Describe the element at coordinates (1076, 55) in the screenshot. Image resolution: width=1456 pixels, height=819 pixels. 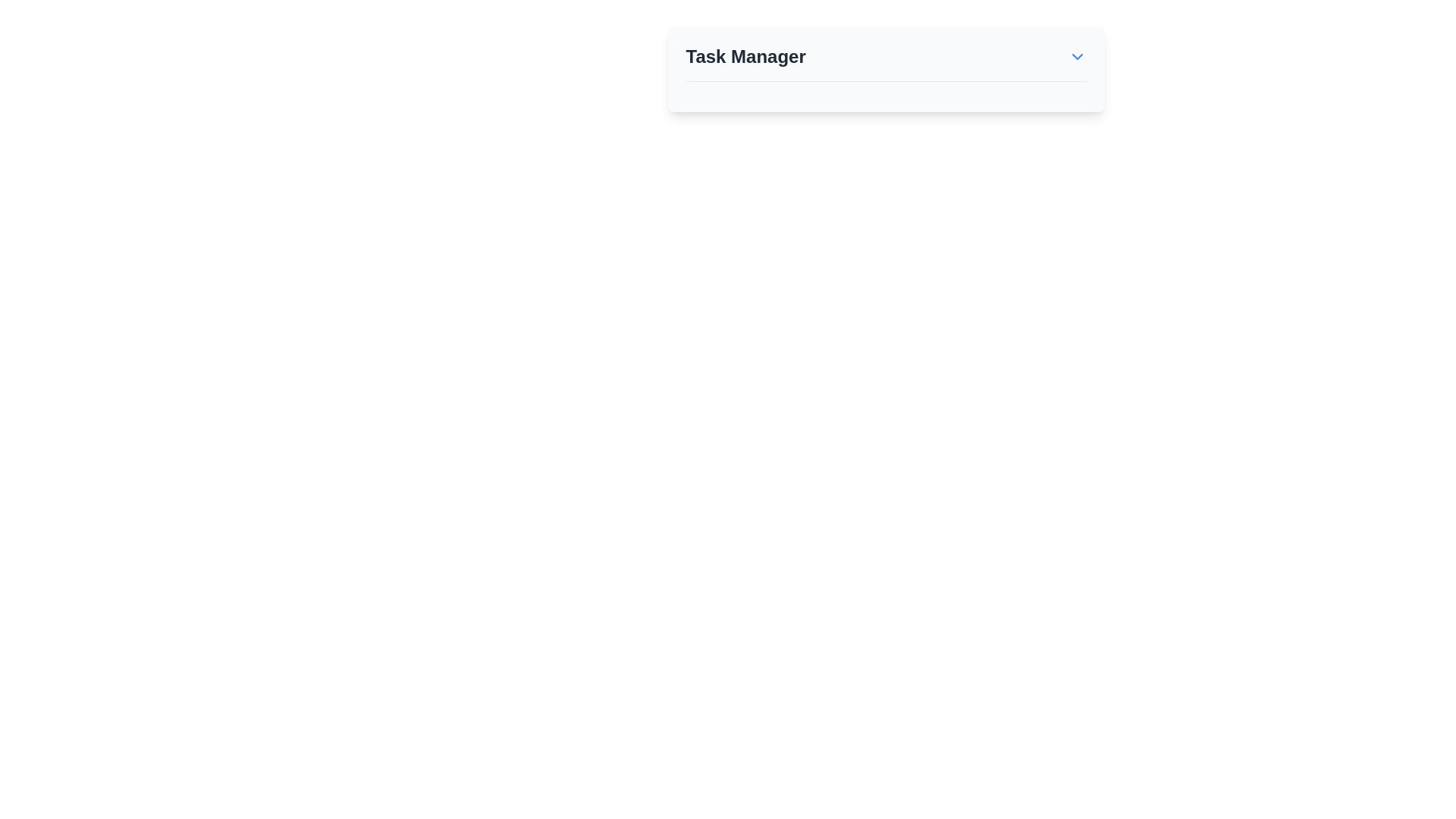
I see `the chevron-down icon button in the Task Manager section` at that location.